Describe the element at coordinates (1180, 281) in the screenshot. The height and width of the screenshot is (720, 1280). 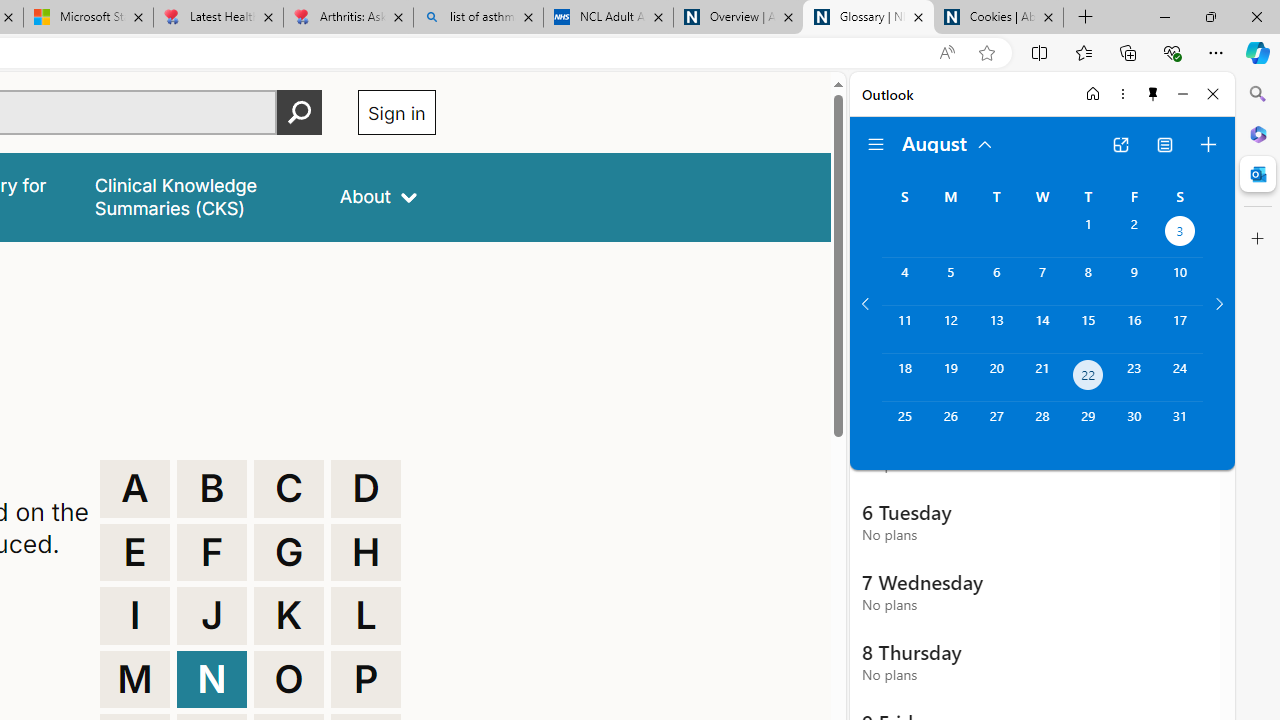
I see `'Saturday, August 10, 2024. '` at that location.